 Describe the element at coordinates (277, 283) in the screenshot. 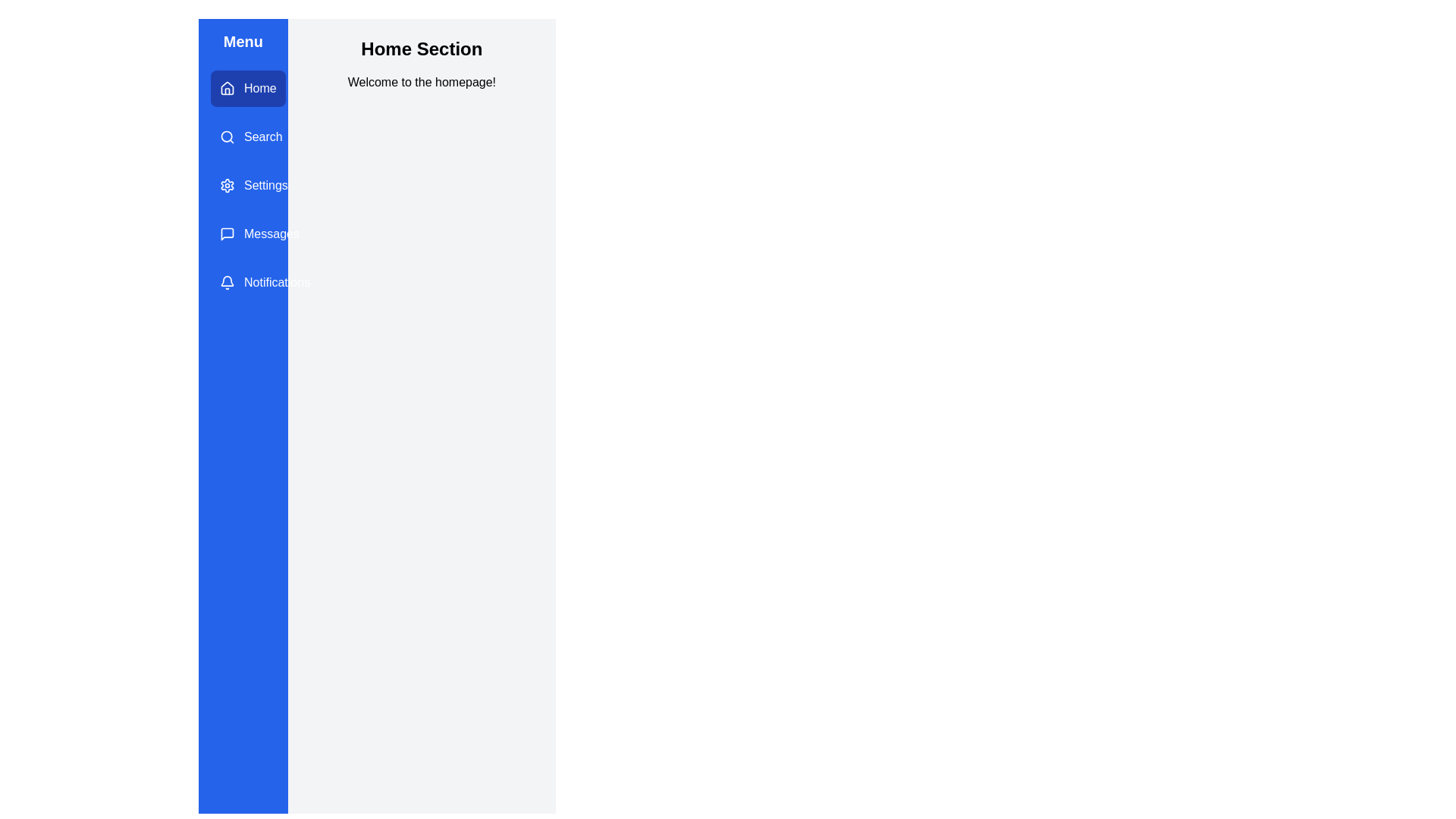

I see `the 'Notifications' label which indicates the section for user notifications or alerts, located to the right of the bell icon in the vertical navigation menu` at that location.